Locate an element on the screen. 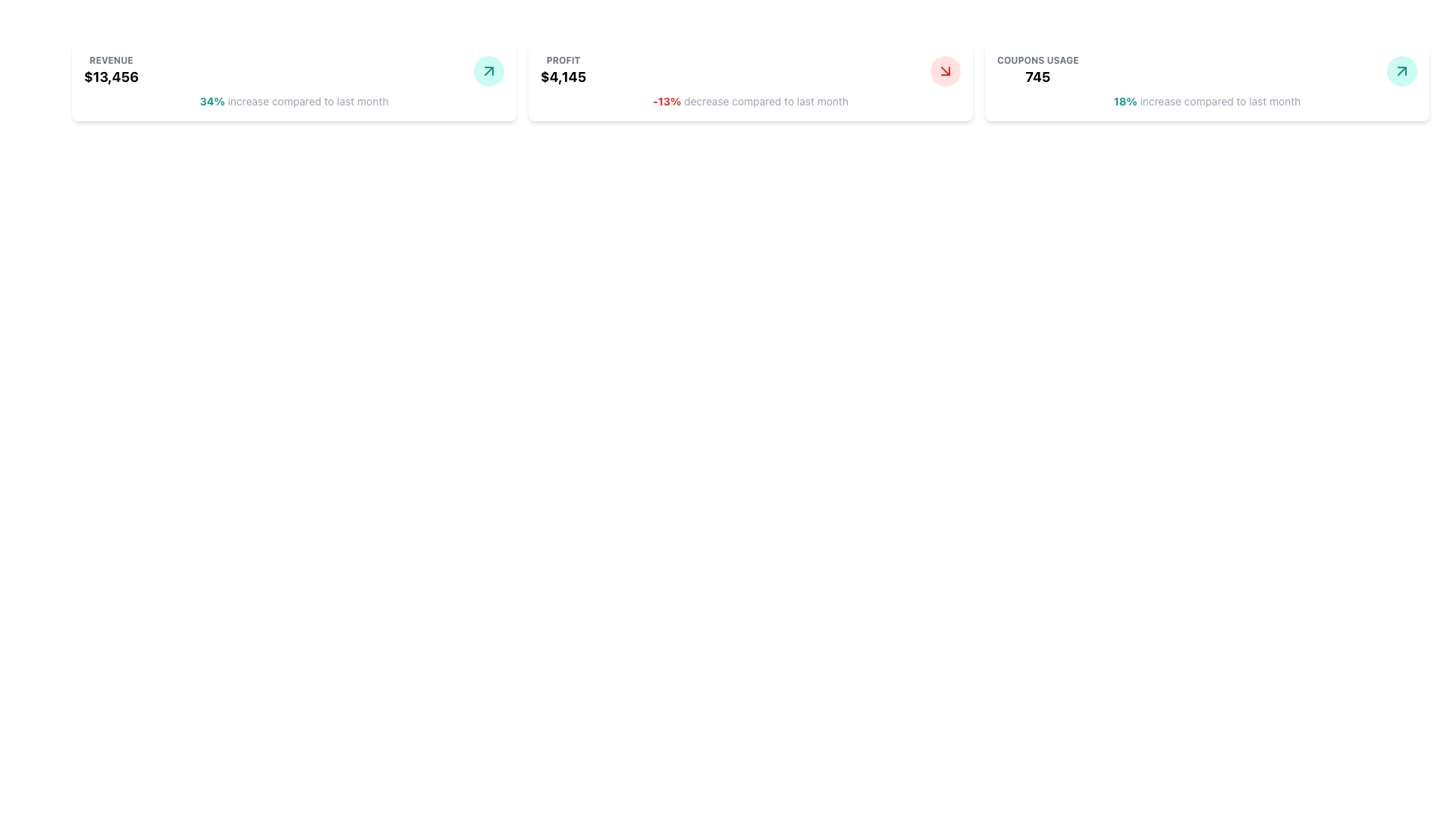 This screenshot has height=819, width=1456. text from the label positioned at the top of the 'Profit' card, which provides context to the financial value '$4,145' displayed below it is located at coordinates (563, 60).